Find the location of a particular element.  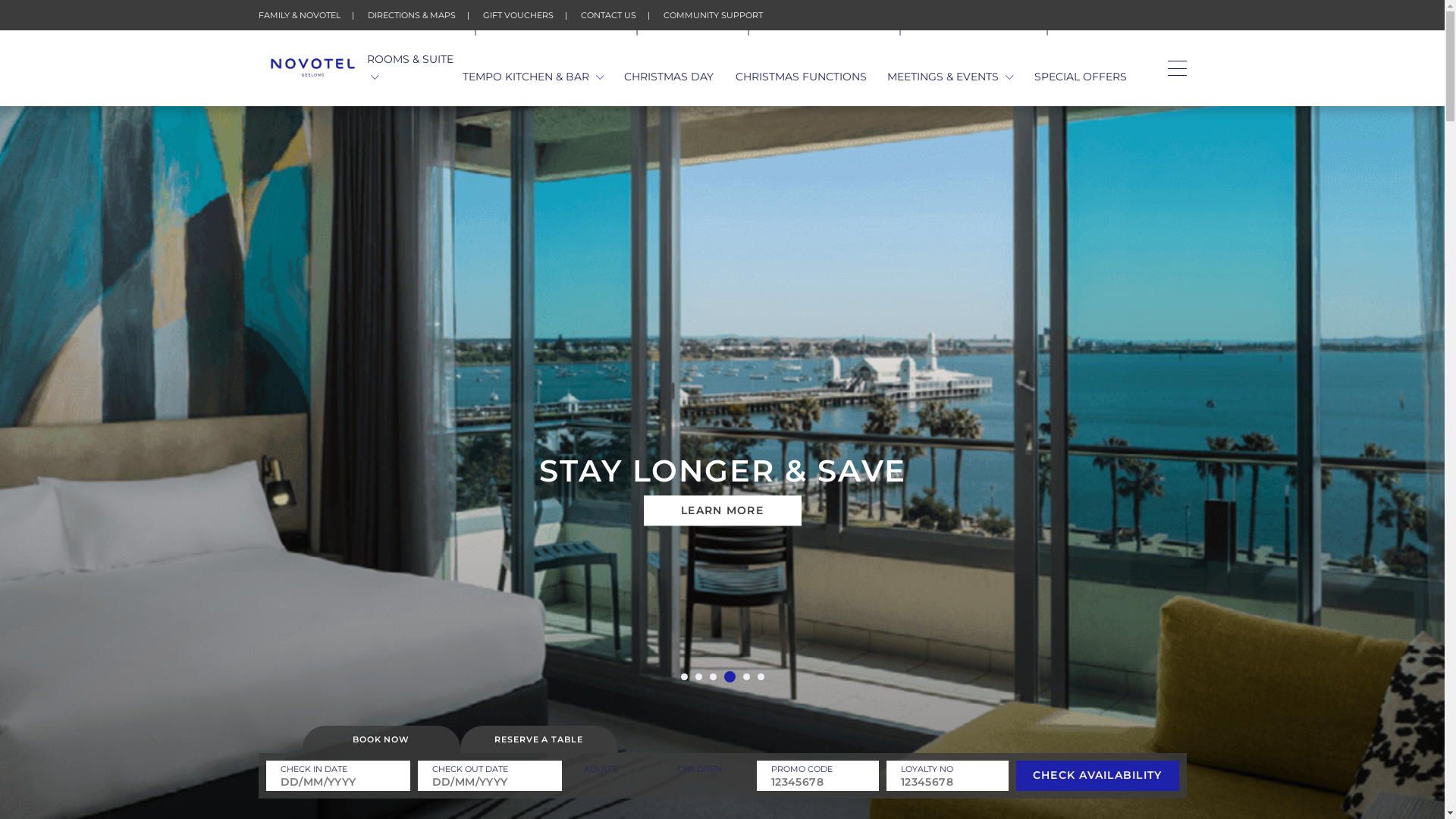

'GIFT VOUCHERS' is located at coordinates (517, 14).